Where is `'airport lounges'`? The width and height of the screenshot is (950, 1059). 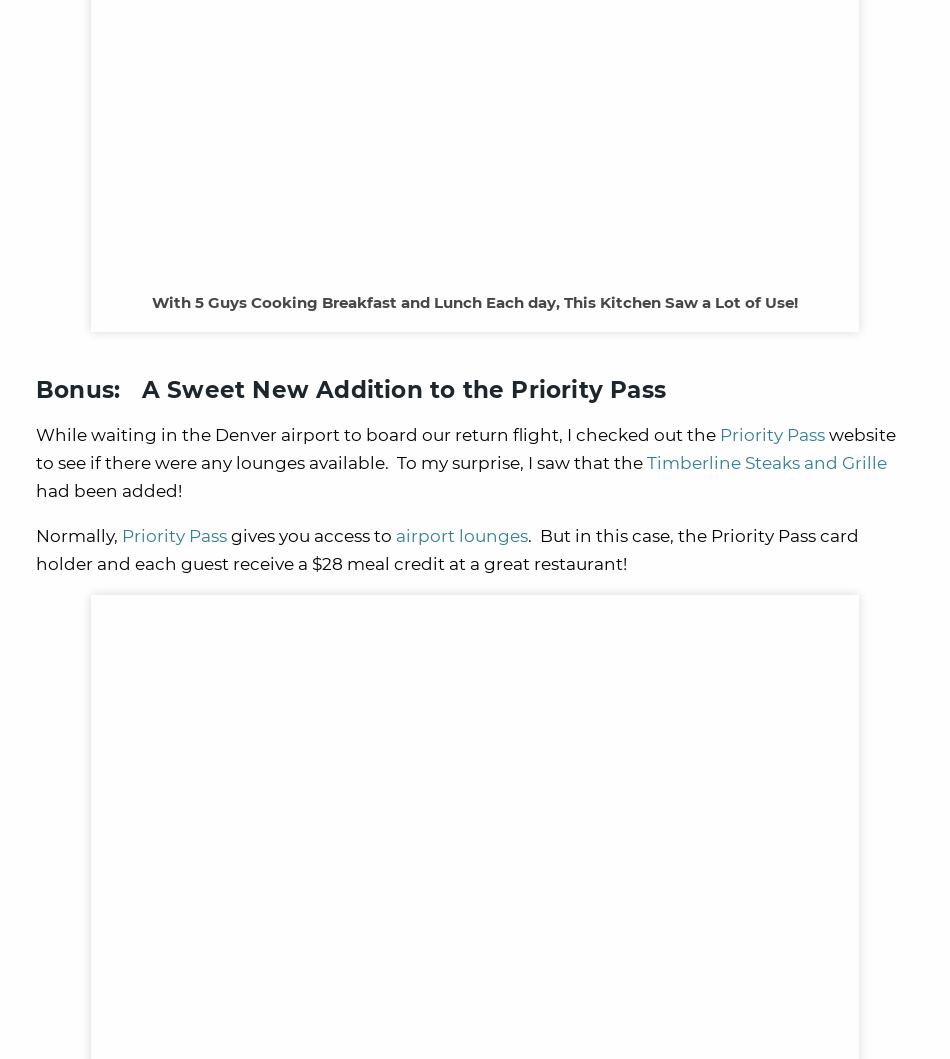
'airport lounges' is located at coordinates (460, 534).